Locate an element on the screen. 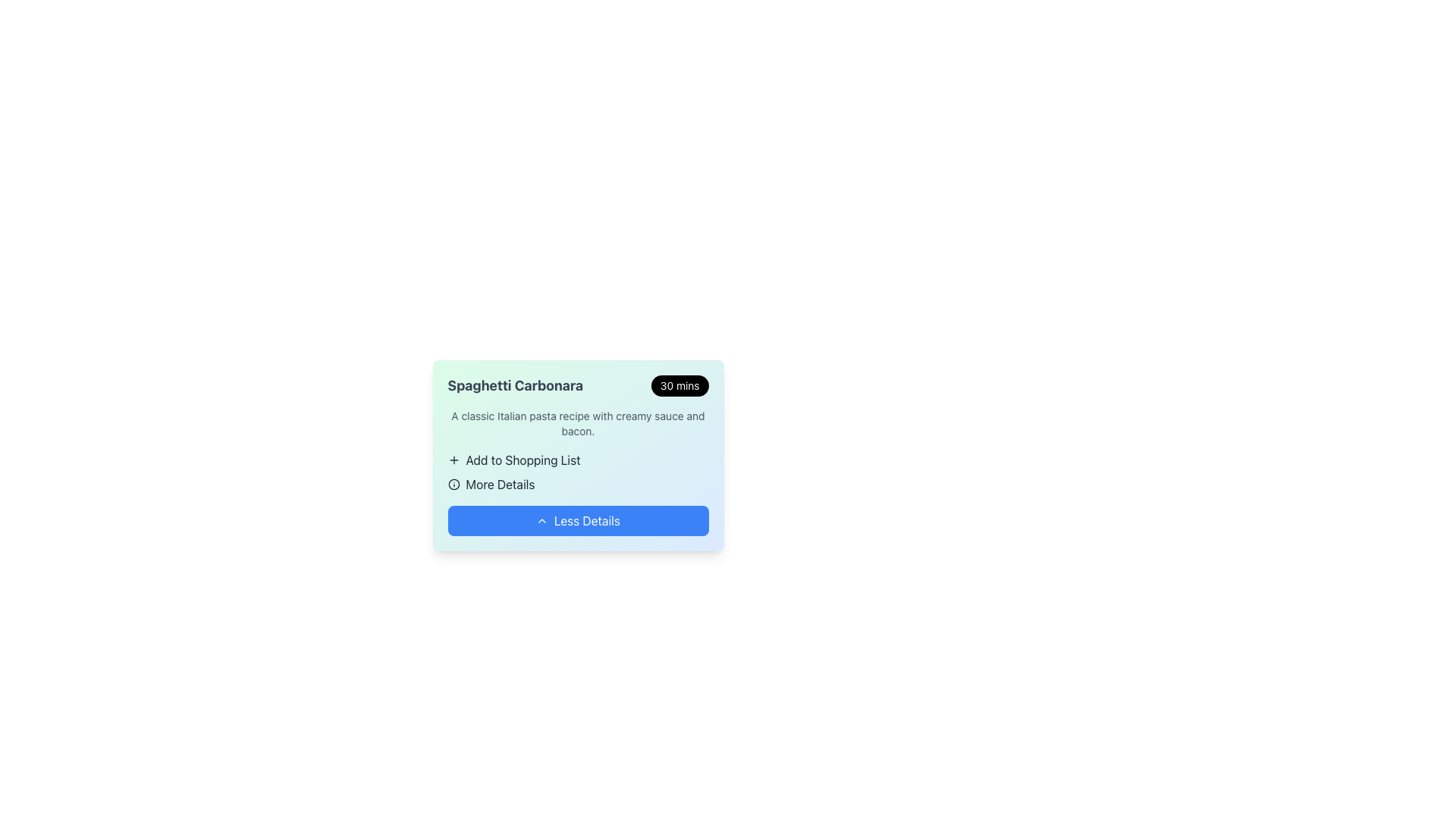 The height and width of the screenshot is (819, 1456). the 'More Details' button, which is located below the 'Add to Shopping List' element and above the 'Less Details' blue button is located at coordinates (577, 485).